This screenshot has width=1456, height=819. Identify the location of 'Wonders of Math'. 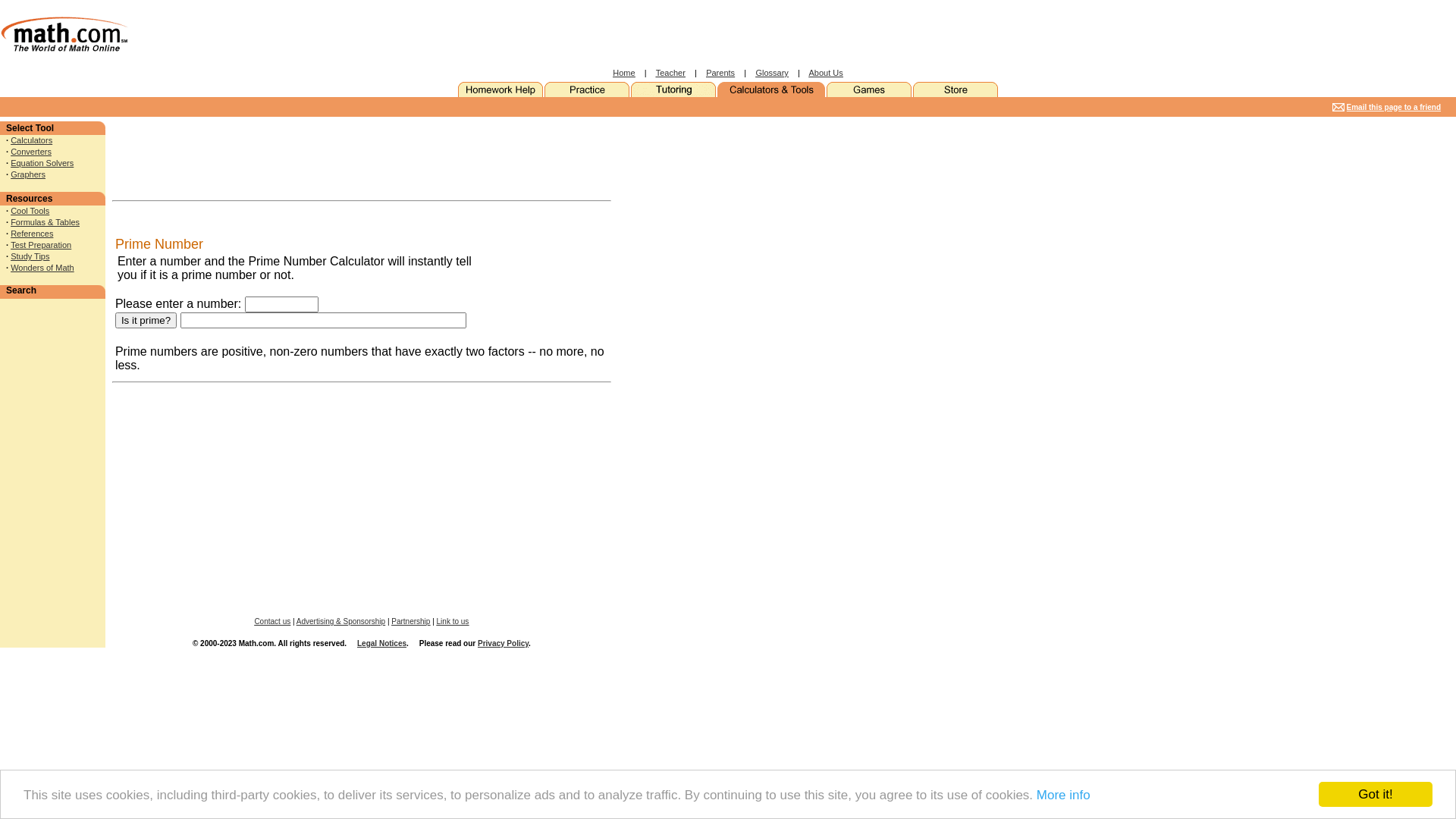
(42, 267).